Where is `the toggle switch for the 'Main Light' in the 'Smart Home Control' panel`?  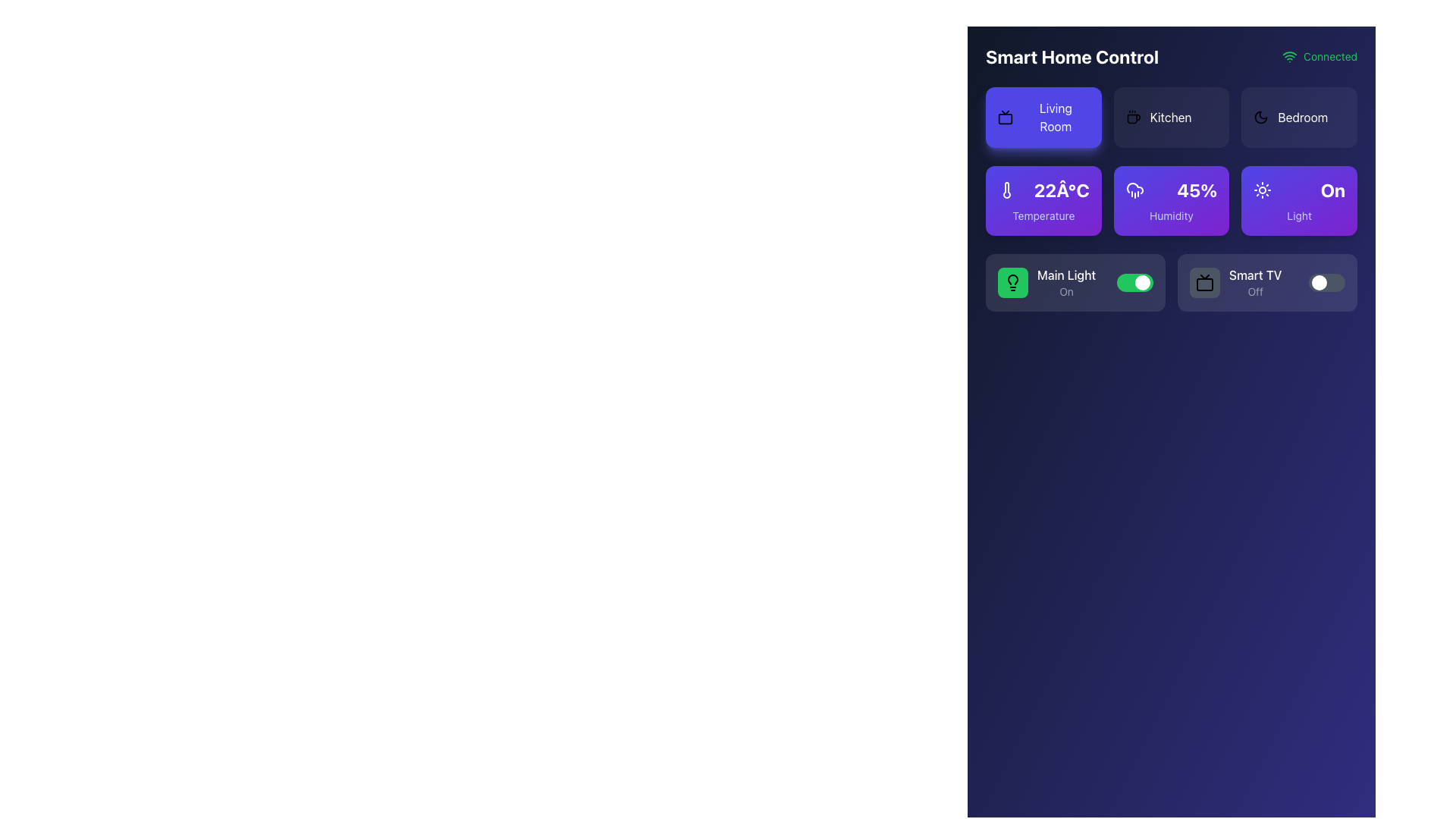 the toggle switch for the 'Main Light' in the 'Smart Home Control' panel is located at coordinates (1135, 283).